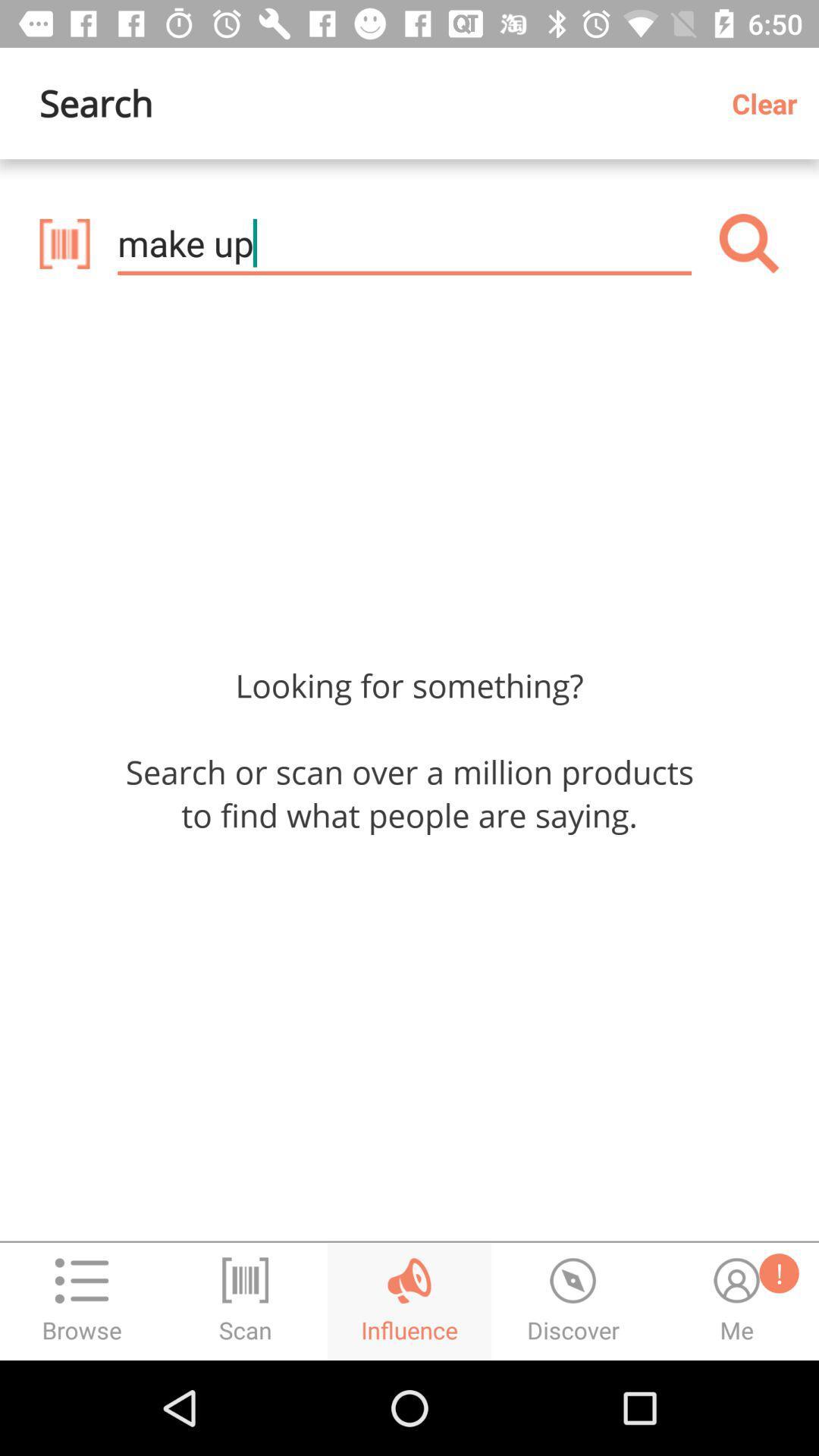 The image size is (819, 1456). I want to click on the item below search icon, so click(403, 243).